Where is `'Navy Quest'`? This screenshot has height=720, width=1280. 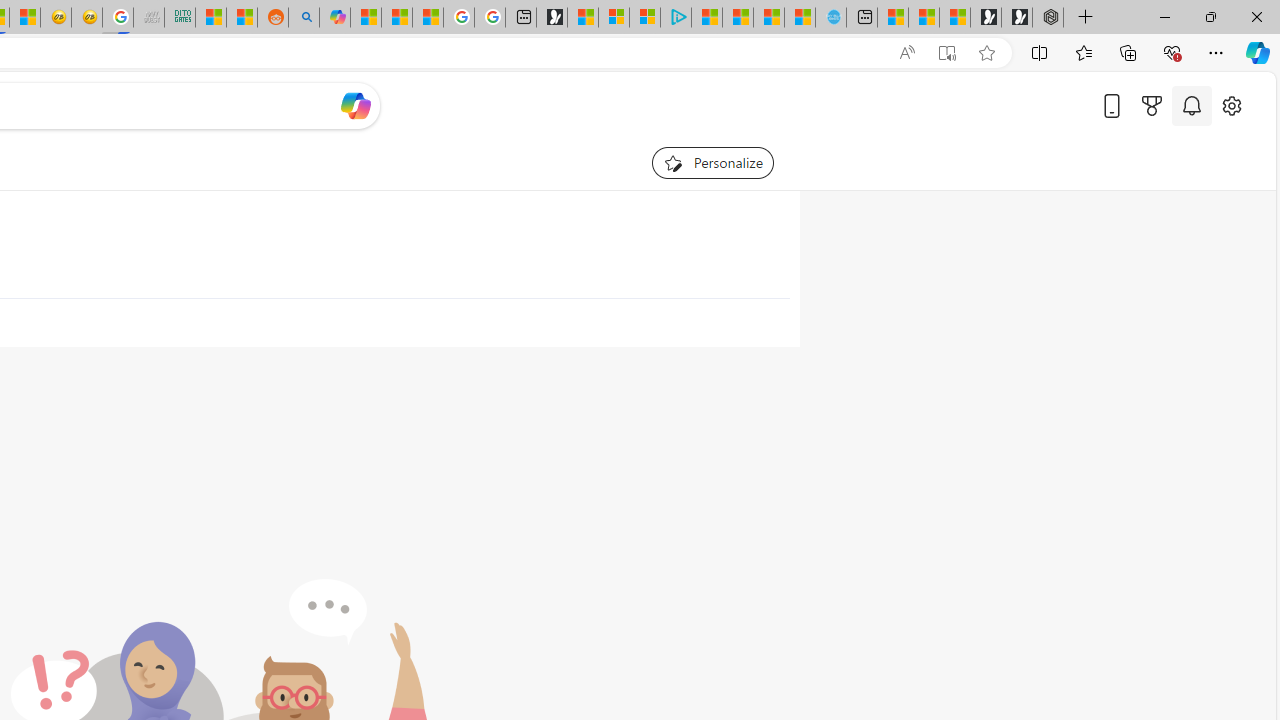 'Navy Quest' is located at coordinates (148, 17).